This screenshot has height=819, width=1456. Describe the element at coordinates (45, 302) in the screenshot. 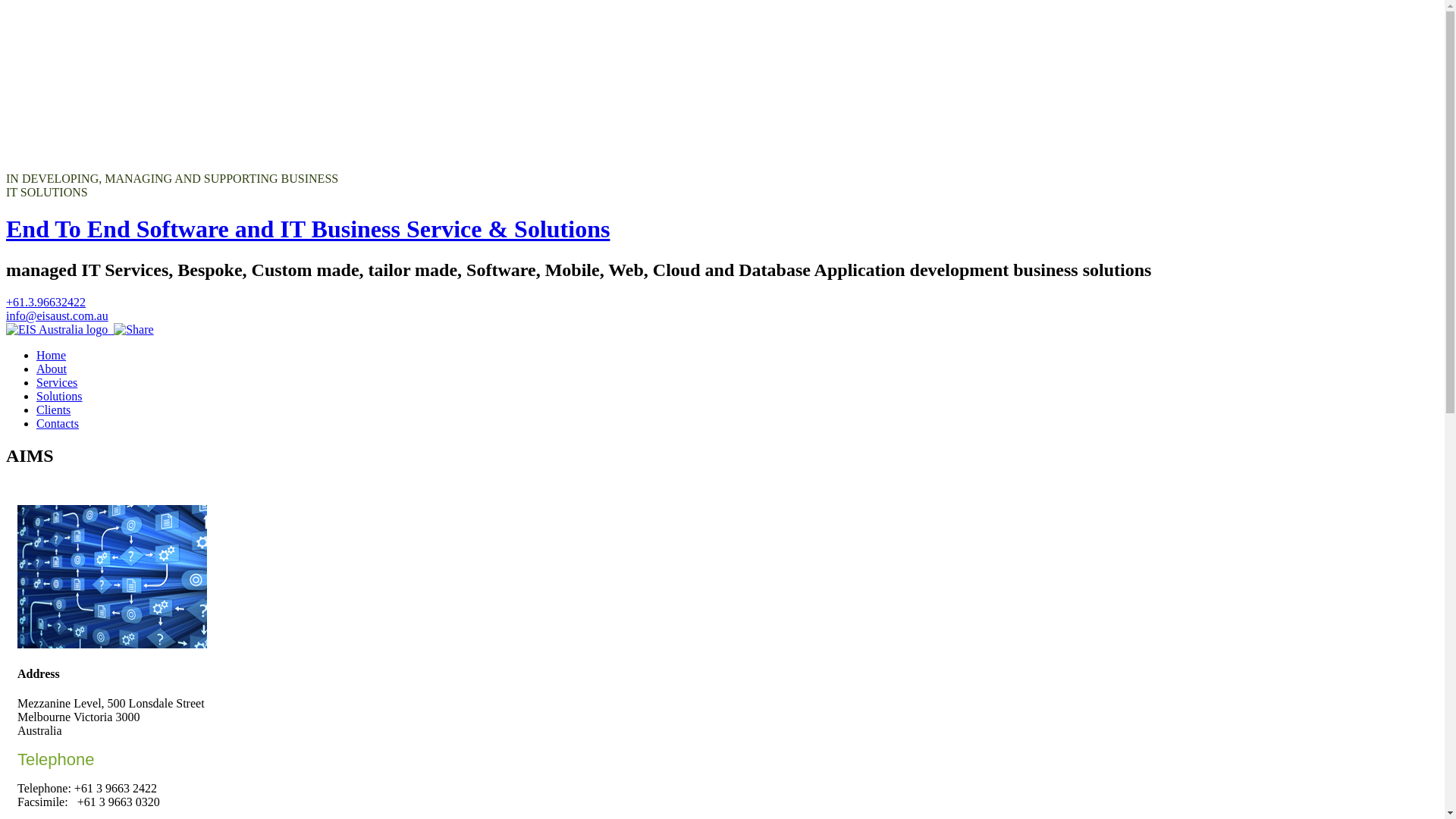

I see `'+61.3.96632422'` at that location.